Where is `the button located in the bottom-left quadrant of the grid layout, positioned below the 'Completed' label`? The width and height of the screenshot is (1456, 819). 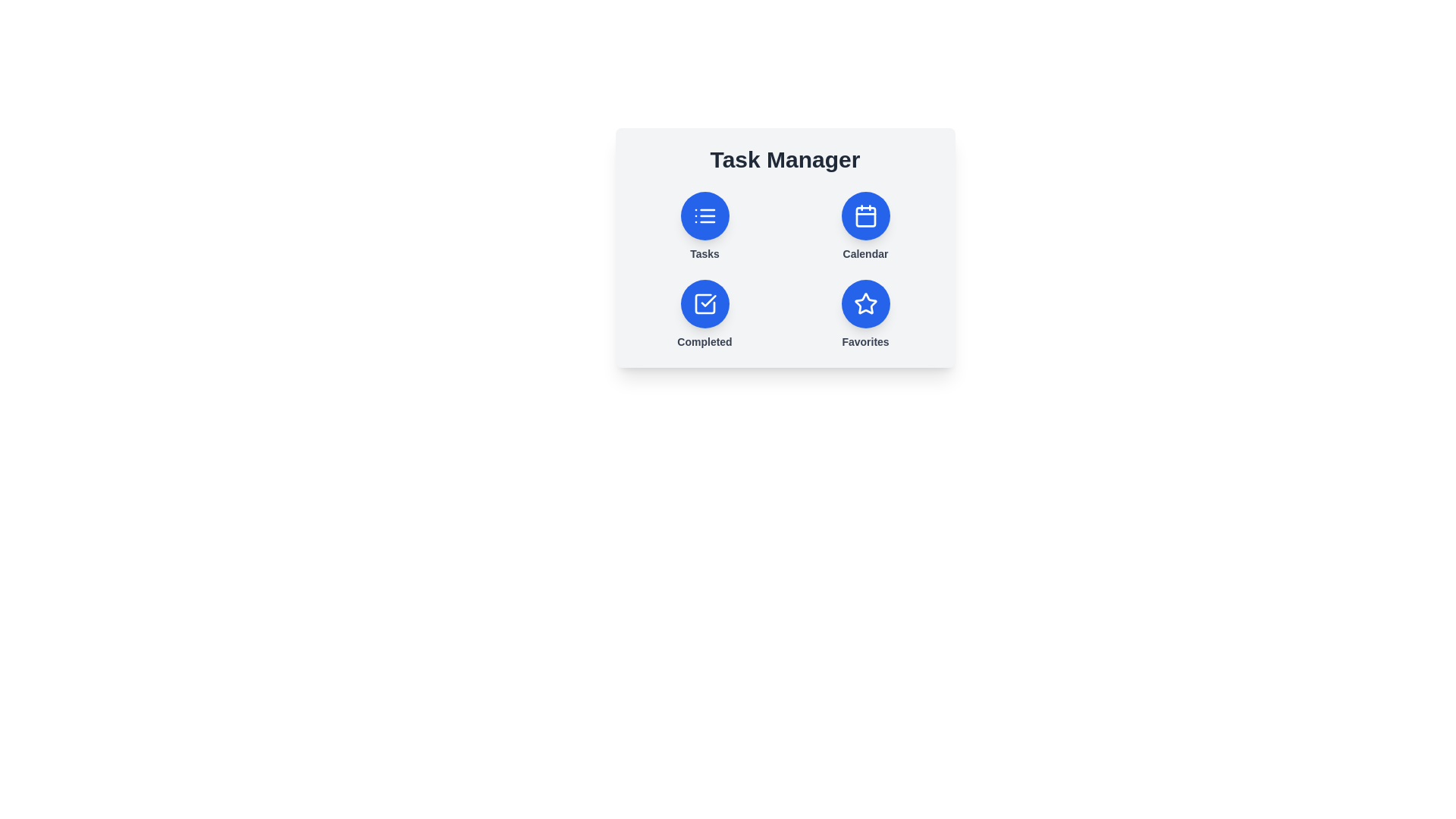
the button located in the bottom-left quadrant of the grid layout, positioned below the 'Completed' label is located at coordinates (704, 304).